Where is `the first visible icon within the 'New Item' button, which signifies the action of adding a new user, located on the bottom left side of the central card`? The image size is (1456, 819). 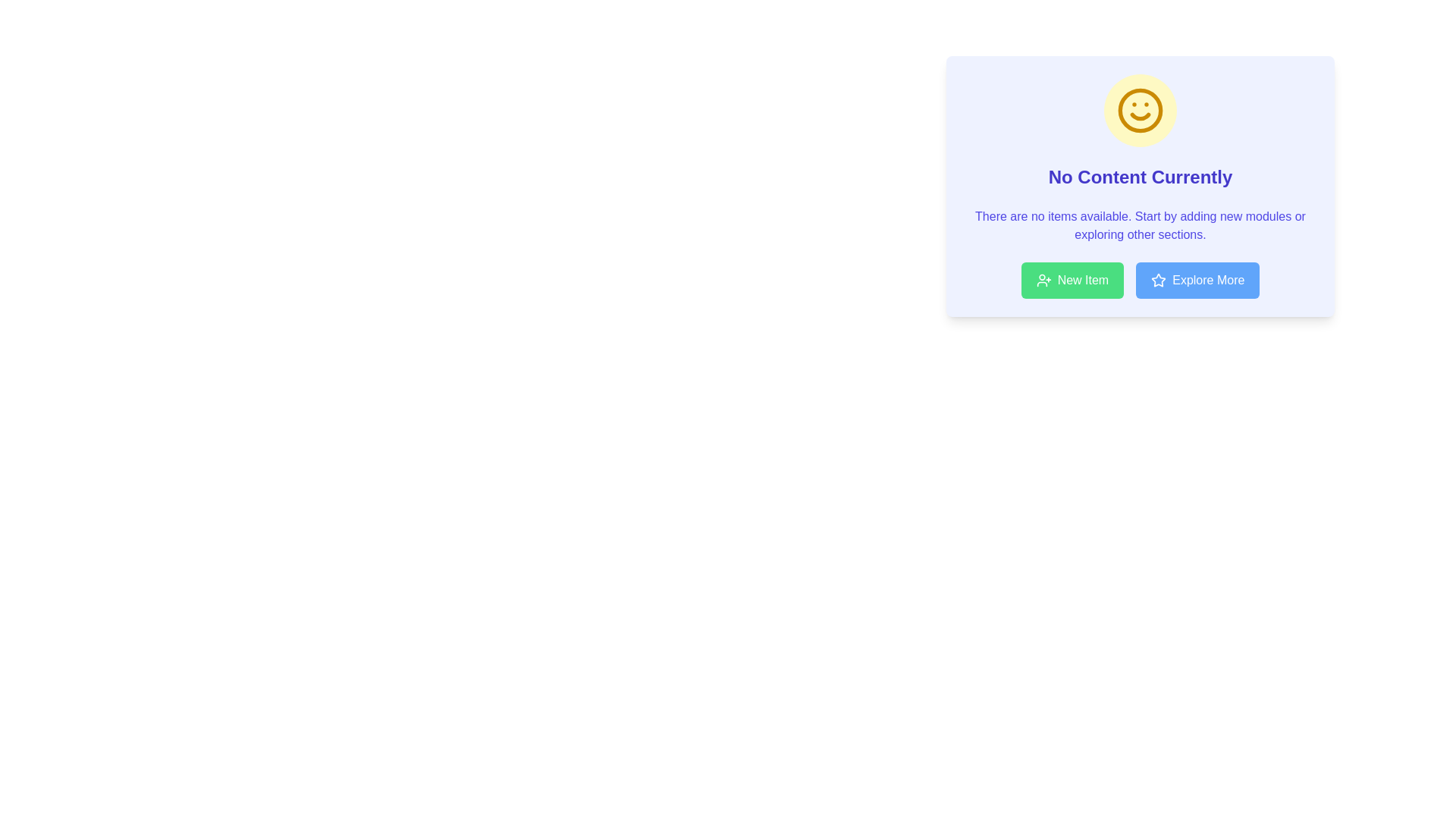 the first visible icon within the 'New Item' button, which signifies the action of adding a new user, located on the bottom left side of the central card is located at coordinates (1043, 281).